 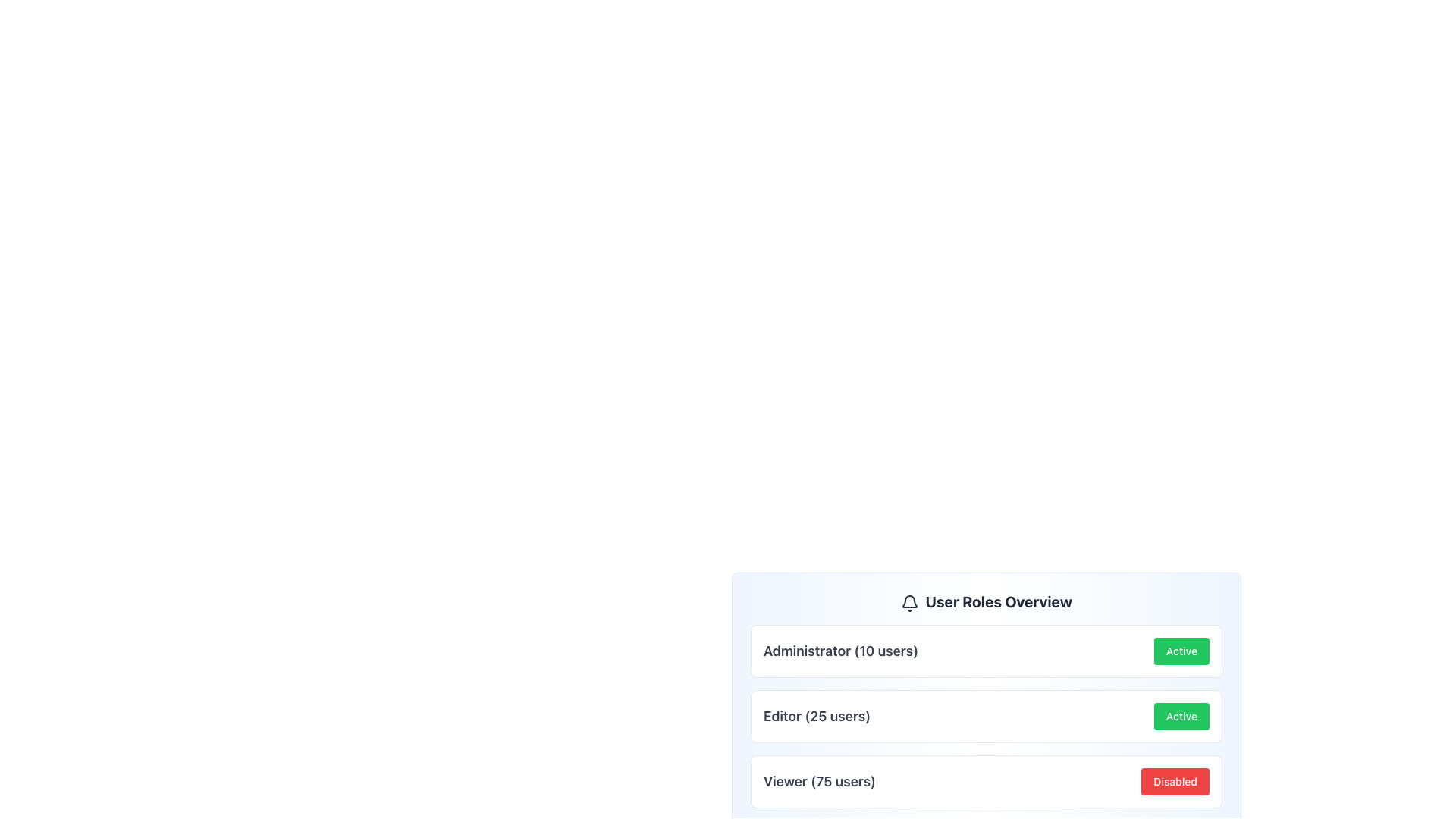 I want to click on the 'Active' button located on the Informational card with status that displays 'Editor (25 users)' and is positioned between 'Administrator' and 'Viewer' cards in the 'User Roles Overview', so click(x=986, y=717).